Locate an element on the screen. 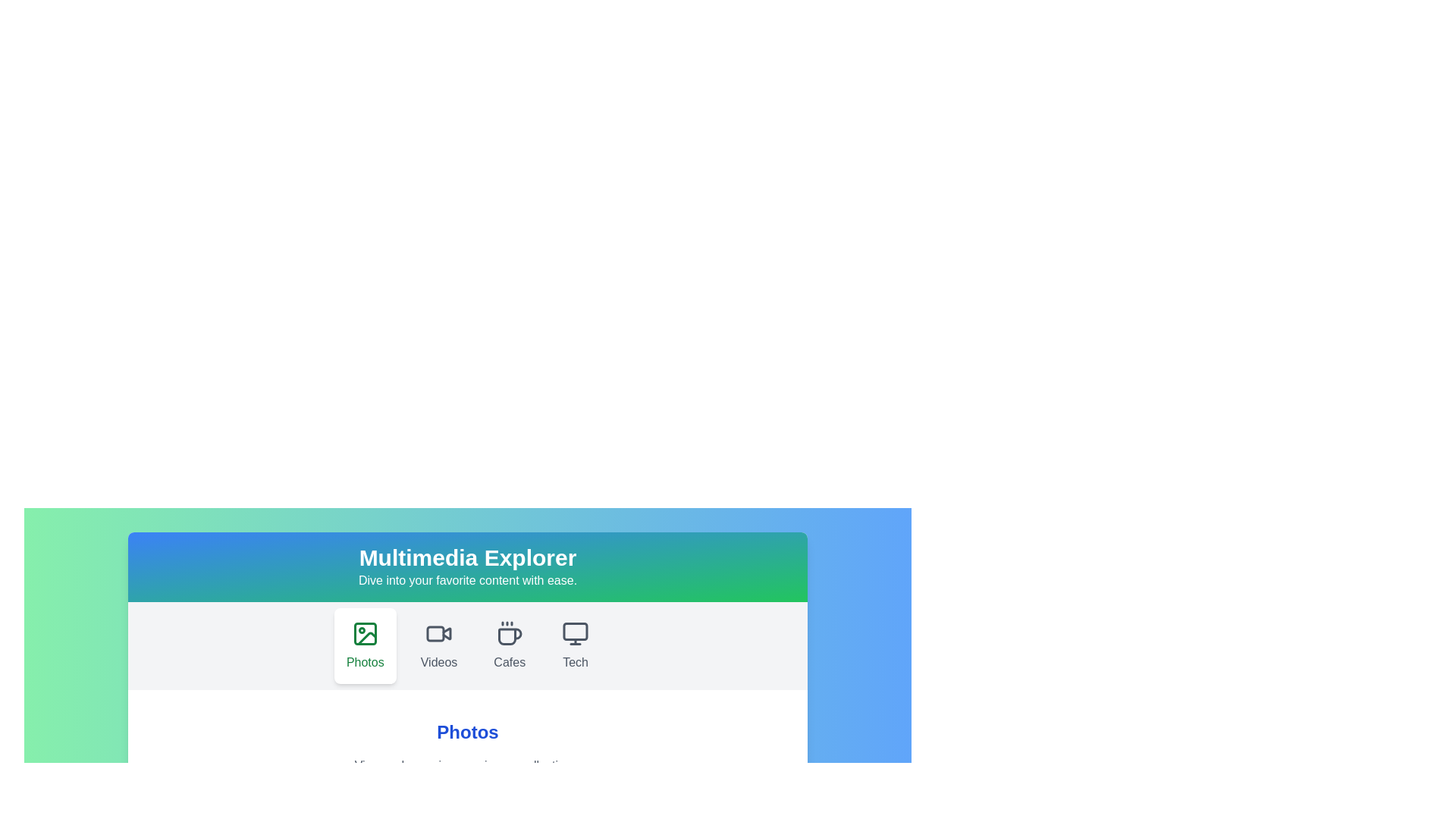  the Cafes tab by clicking its button is located at coordinates (510, 646).